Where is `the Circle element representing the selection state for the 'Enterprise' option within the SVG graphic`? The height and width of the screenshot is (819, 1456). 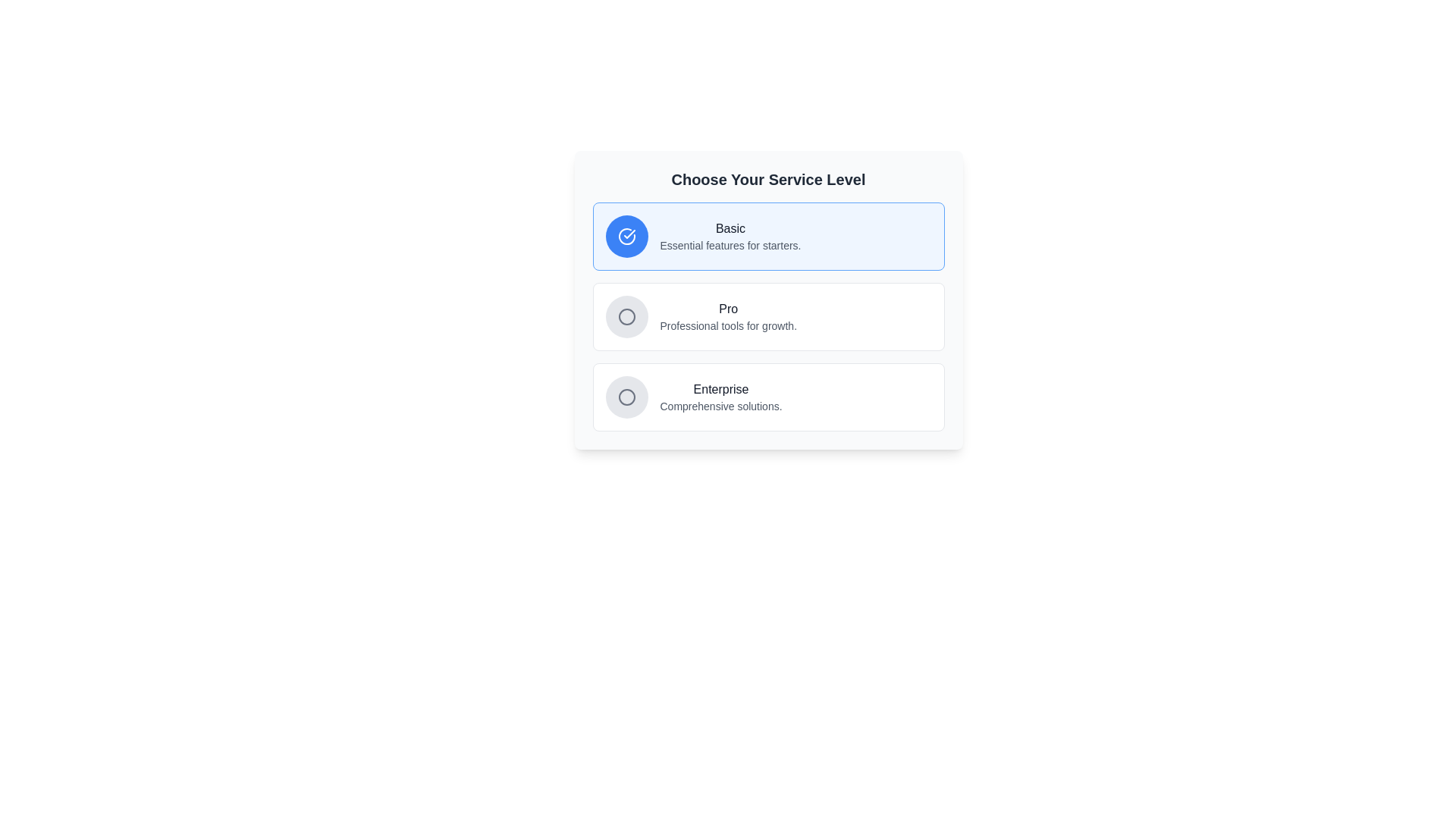 the Circle element representing the selection state for the 'Enterprise' option within the SVG graphic is located at coordinates (626, 315).